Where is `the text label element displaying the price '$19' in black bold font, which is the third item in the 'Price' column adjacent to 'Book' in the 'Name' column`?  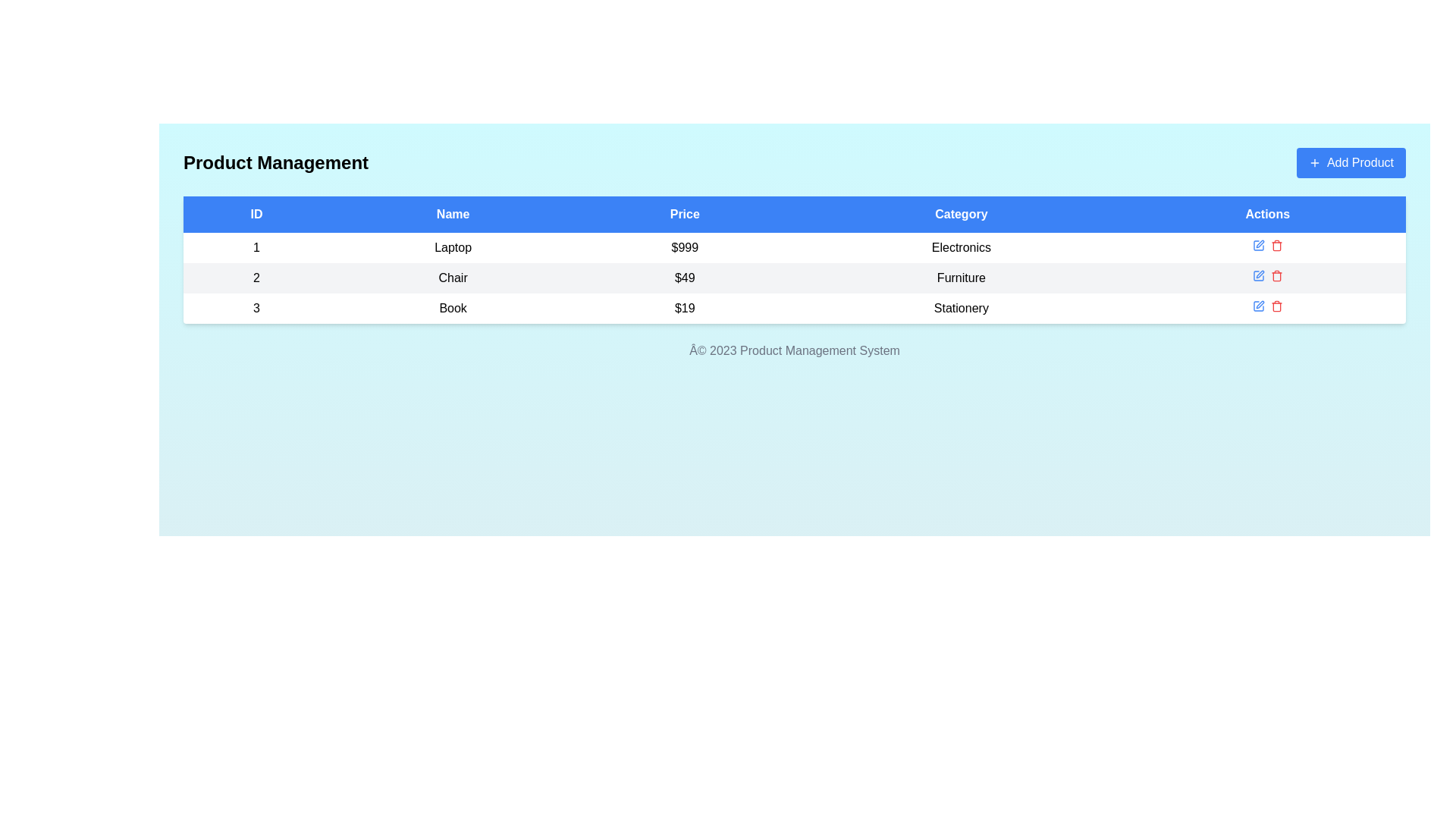 the text label element displaying the price '$19' in black bold font, which is the third item in the 'Price' column adjacent to 'Book' in the 'Name' column is located at coordinates (684, 308).